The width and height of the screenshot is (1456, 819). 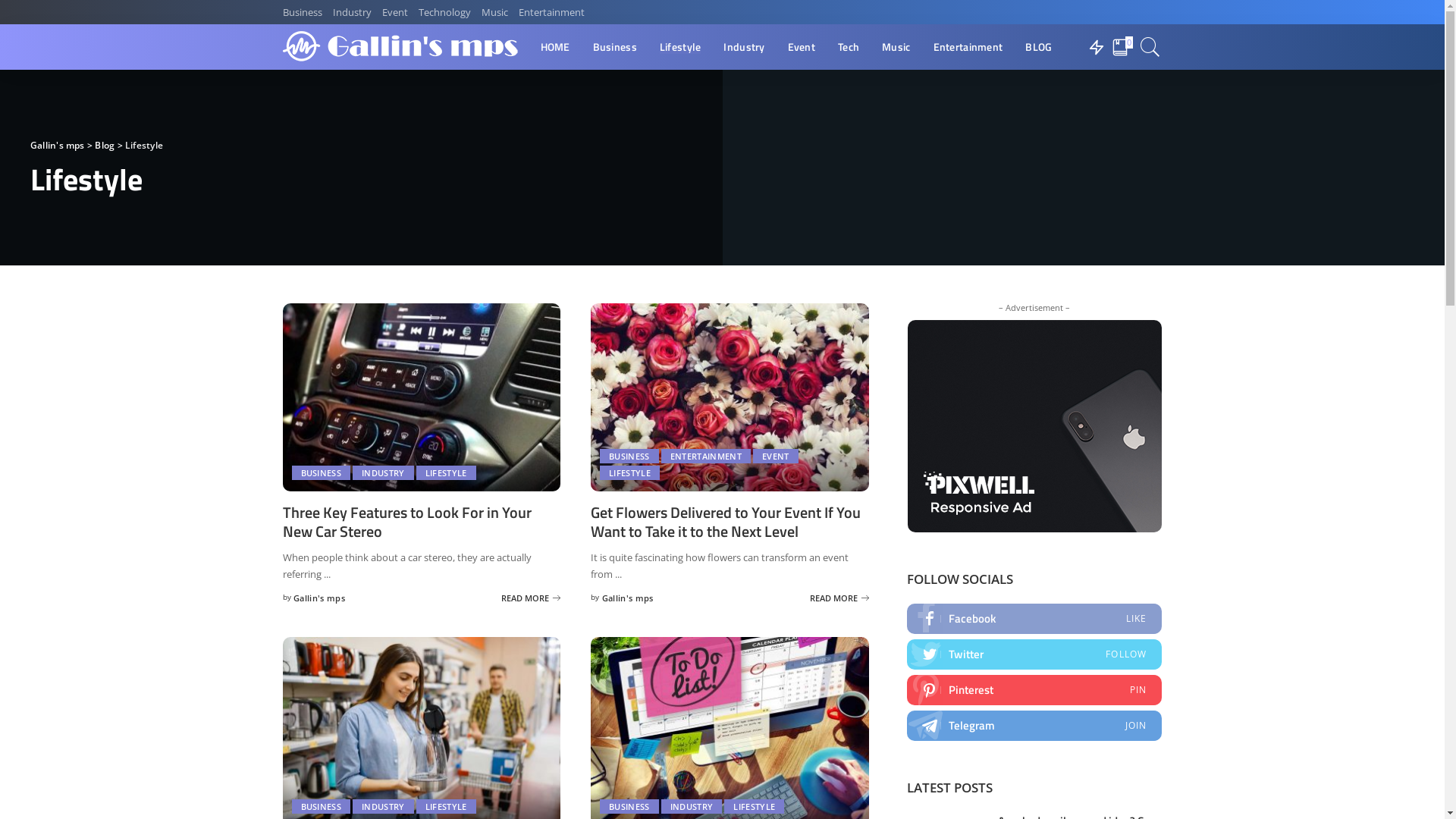 I want to click on 'Music', so click(x=475, y=12).